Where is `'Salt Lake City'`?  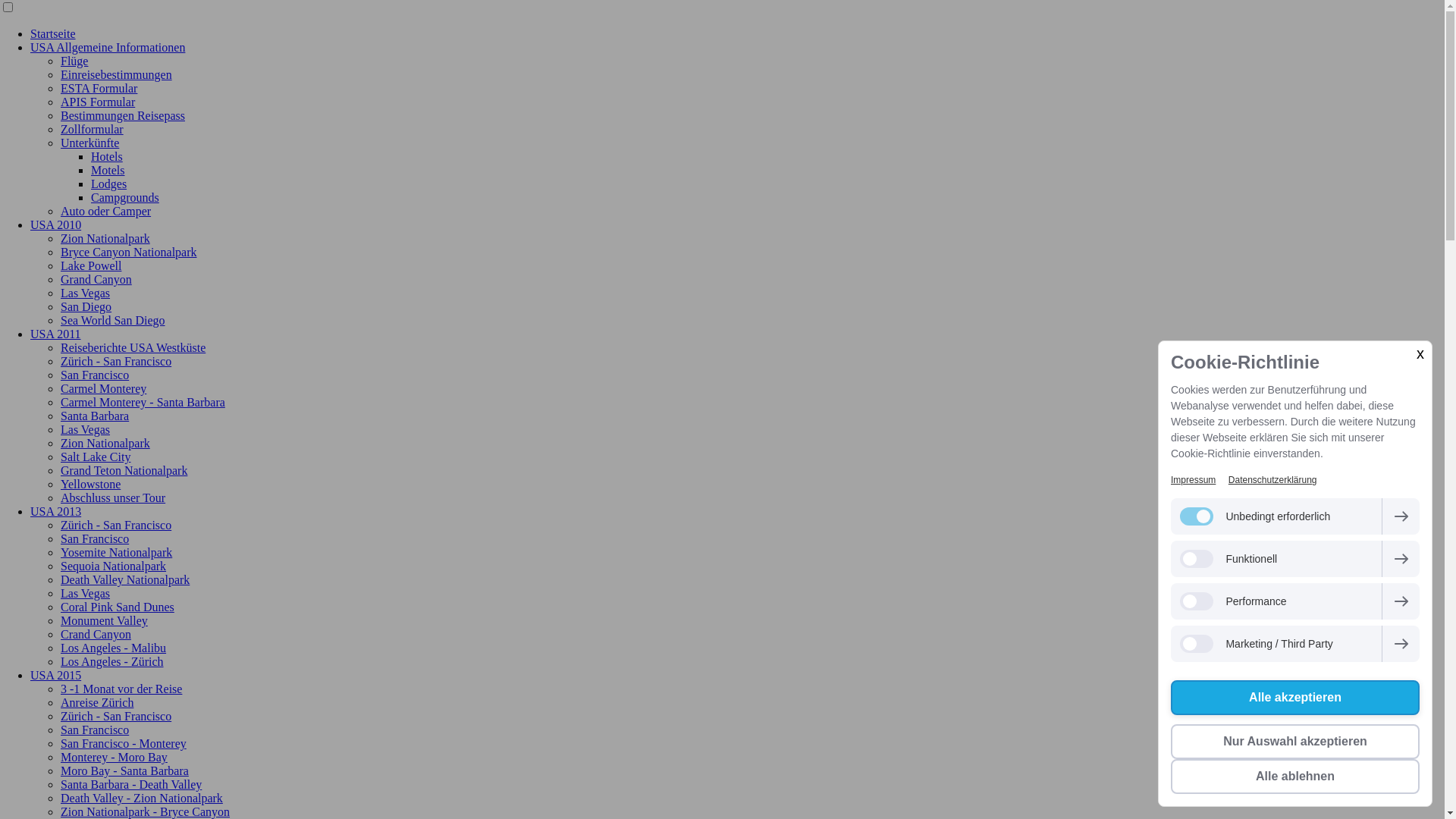 'Salt Lake City' is located at coordinates (94, 456).